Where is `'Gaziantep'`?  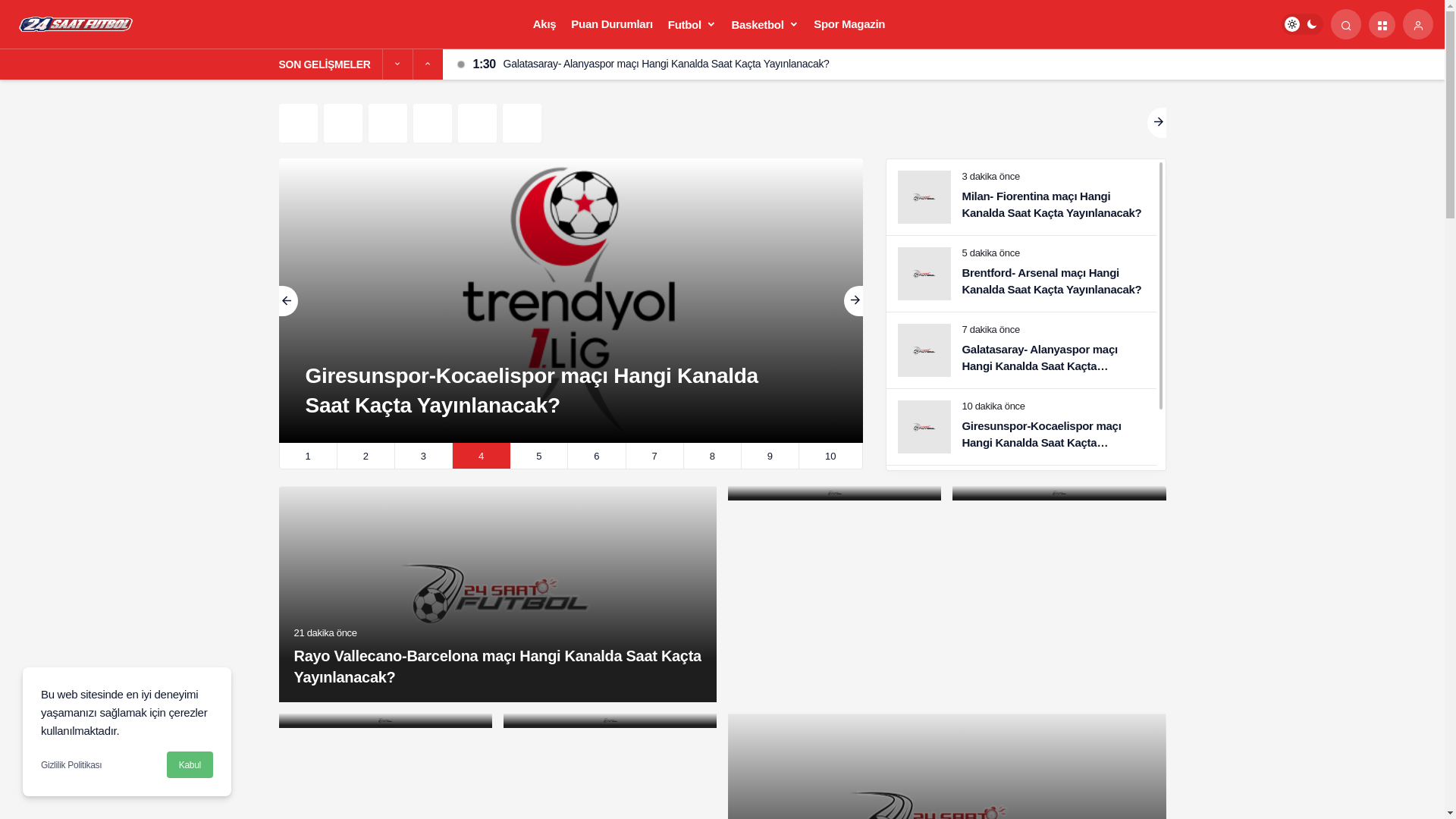 'Gaziantep' is located at coordinates (322, 122).